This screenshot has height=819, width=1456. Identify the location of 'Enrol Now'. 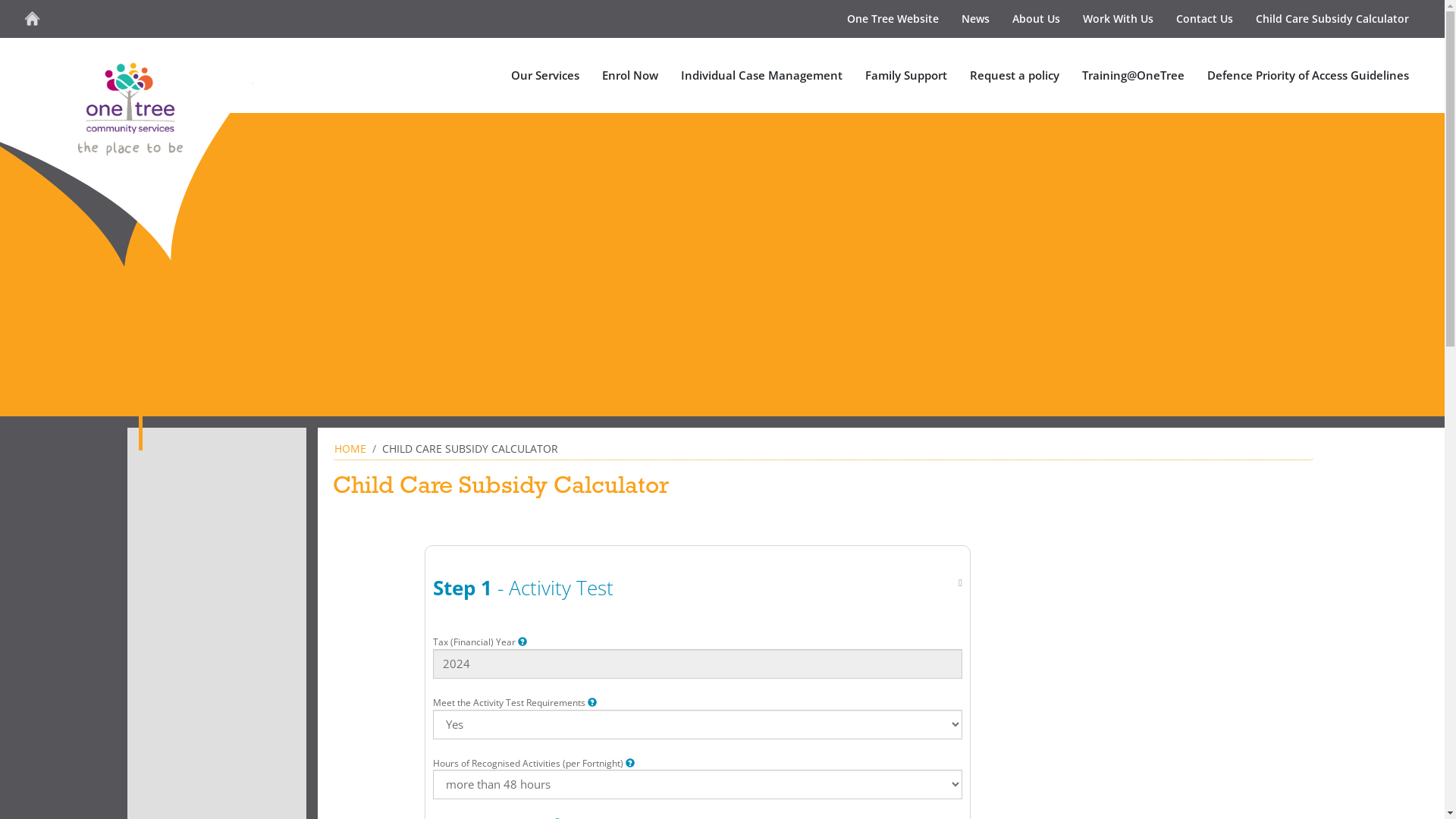
(629, 75).